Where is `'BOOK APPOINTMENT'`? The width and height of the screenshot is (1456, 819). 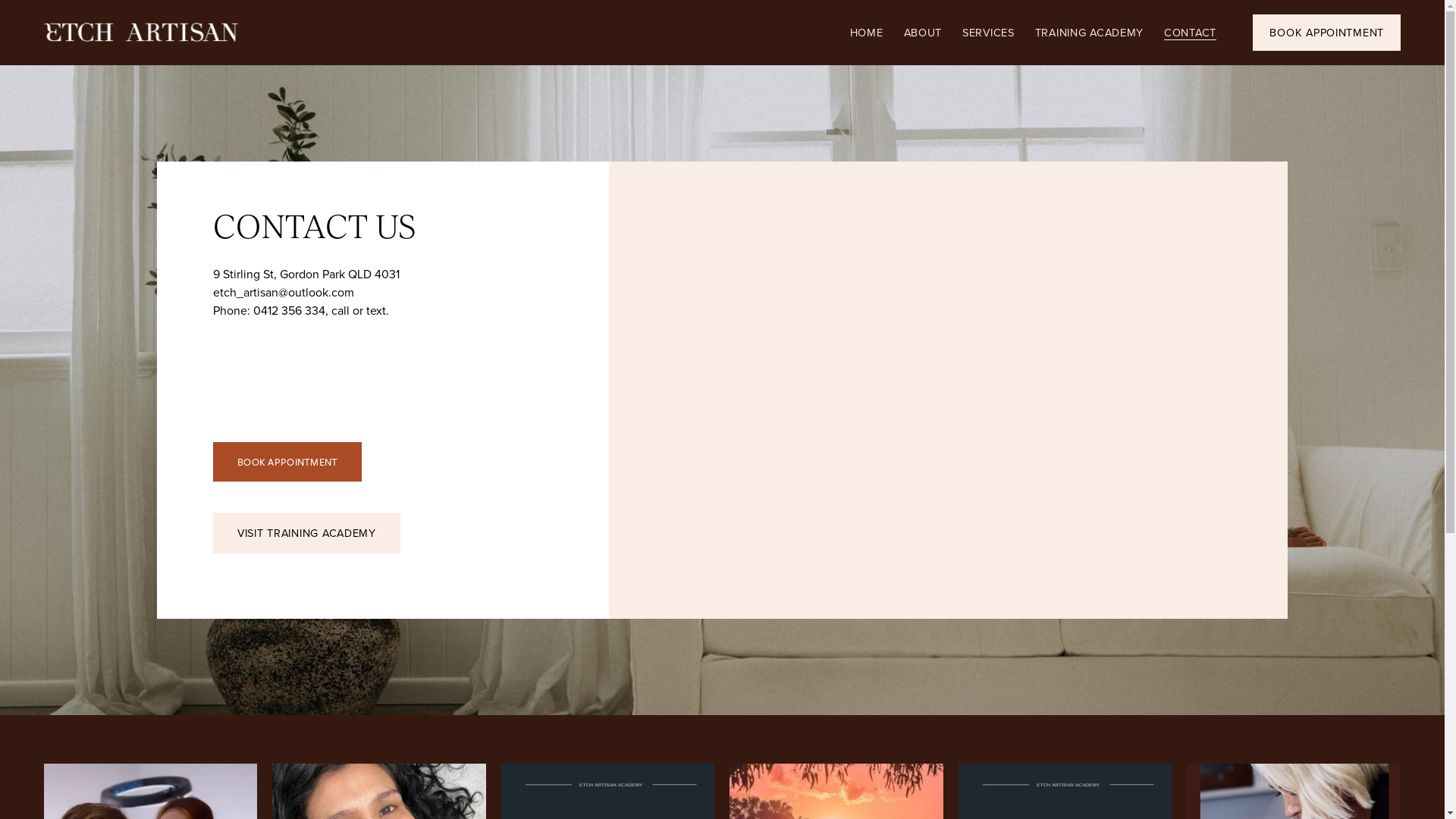
'BOOK APPOINTMENT' is located at coordinates (1326, 32).